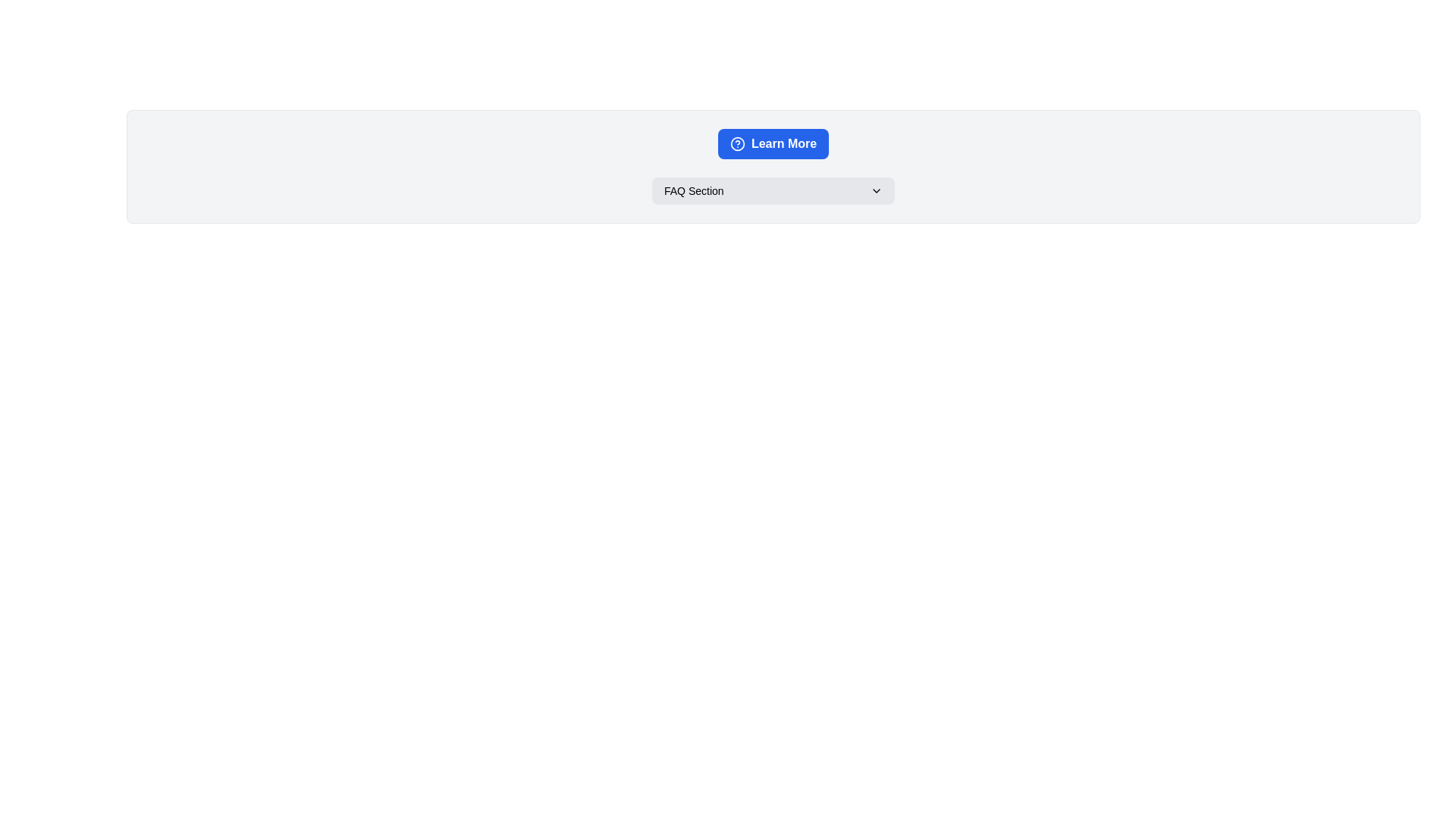 The image size is (1456, 819). Describe the element at coordinates (773, 143) in the screenshot. I see `the rectangular 'Learn More' button with a blue background and white text, located above the 'FAQ Section' dropdown` at that location.